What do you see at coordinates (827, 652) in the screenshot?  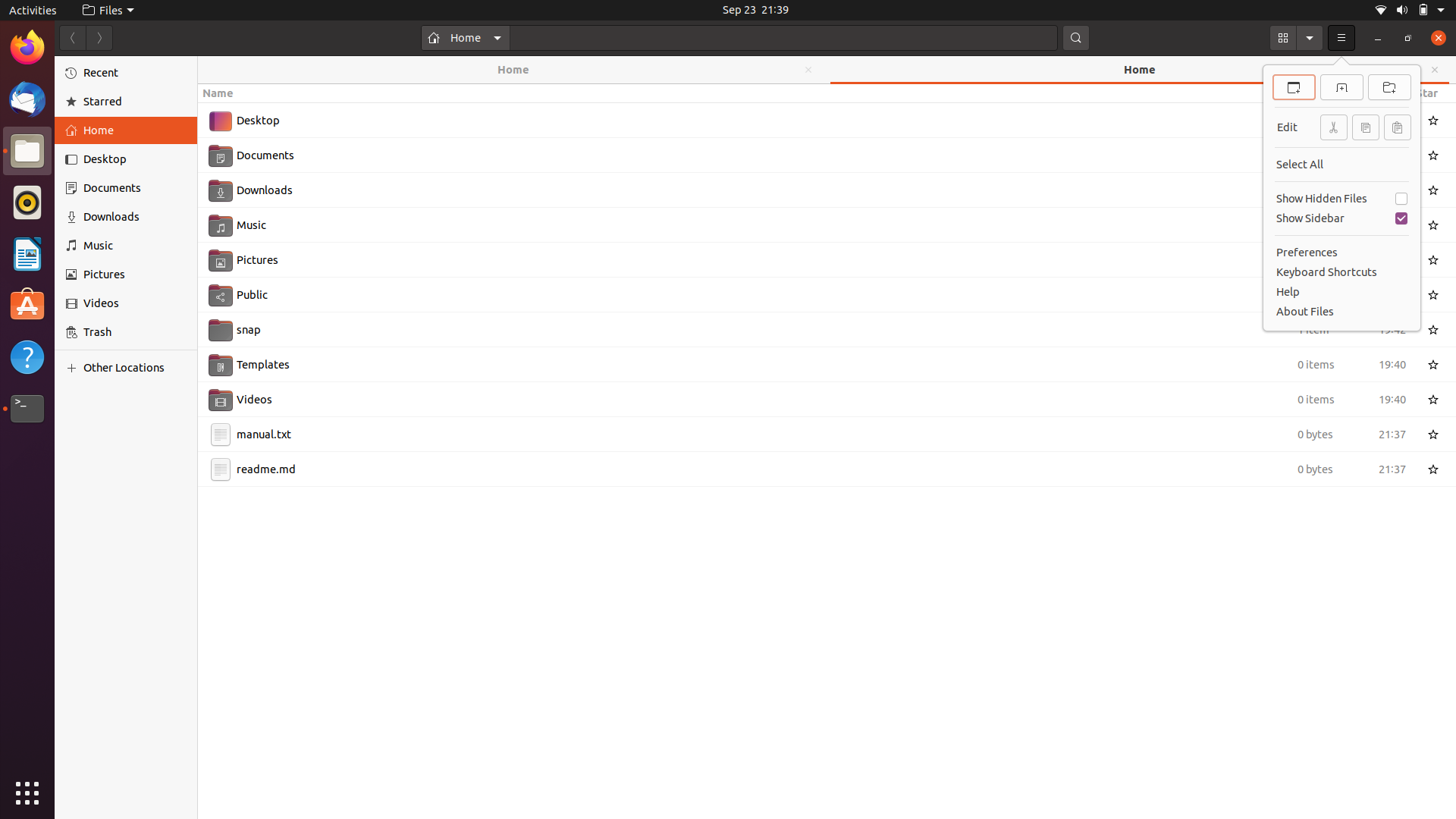 I see `Construct a new directory with the assistance of the keyboard and mouse` at bounding box center [827, 652].